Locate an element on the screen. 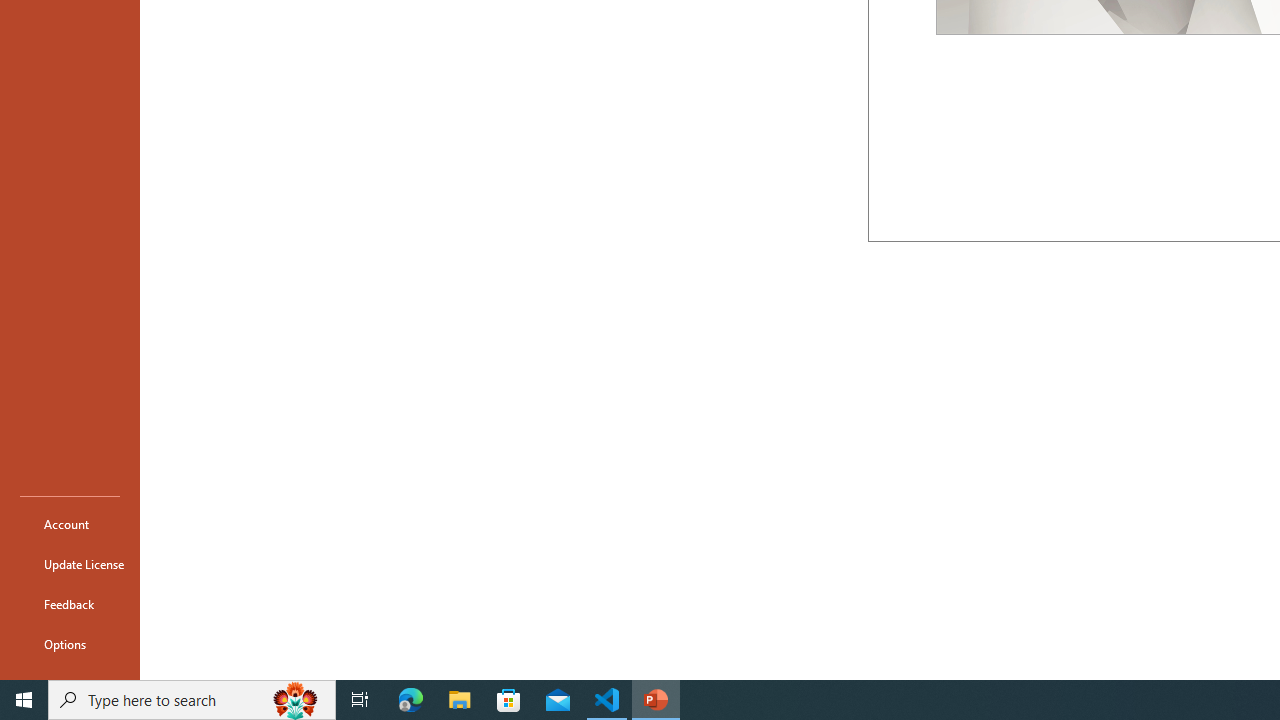  'Options' is located at coordinates (69, 644).